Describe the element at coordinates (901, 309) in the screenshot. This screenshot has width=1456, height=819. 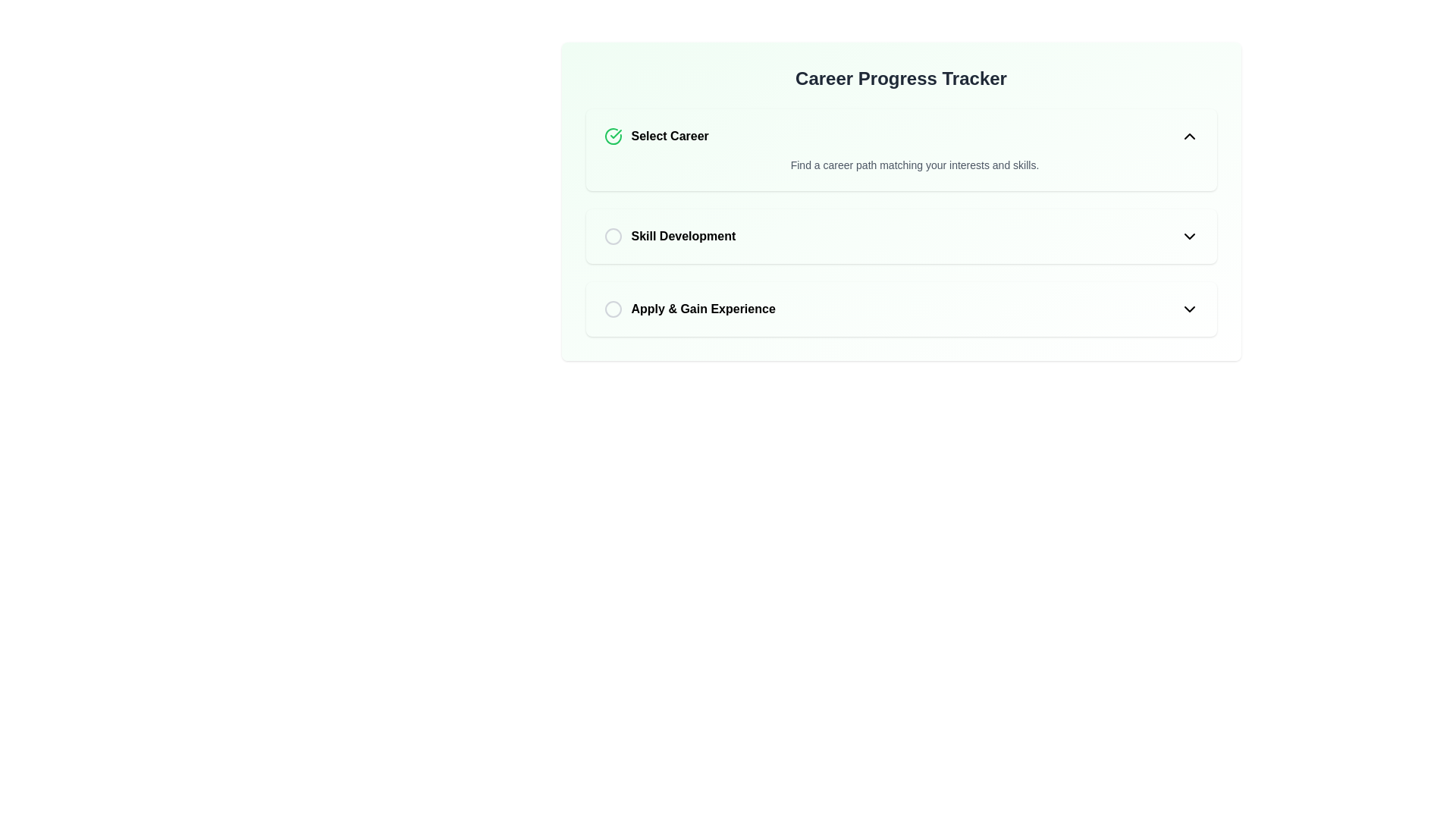
I see `the 'Apply & Gain Experience' dropdown menu item located in the 'Career Progress Tracker' section` at that location.